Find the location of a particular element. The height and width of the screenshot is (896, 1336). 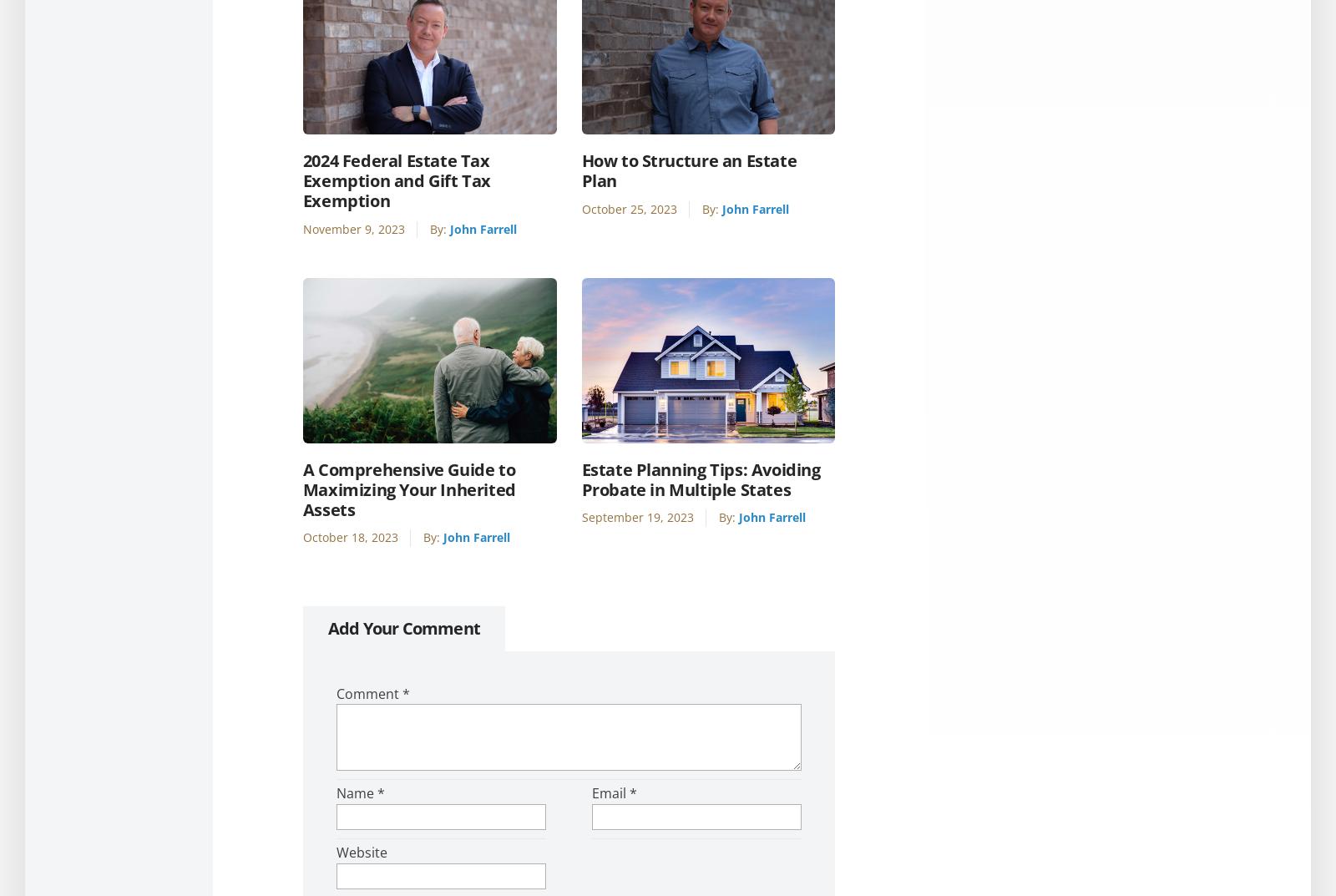

'2024 Federal Estate Tax Exemption and Gift Tax Exemption' is located at coordinates (302, 180).